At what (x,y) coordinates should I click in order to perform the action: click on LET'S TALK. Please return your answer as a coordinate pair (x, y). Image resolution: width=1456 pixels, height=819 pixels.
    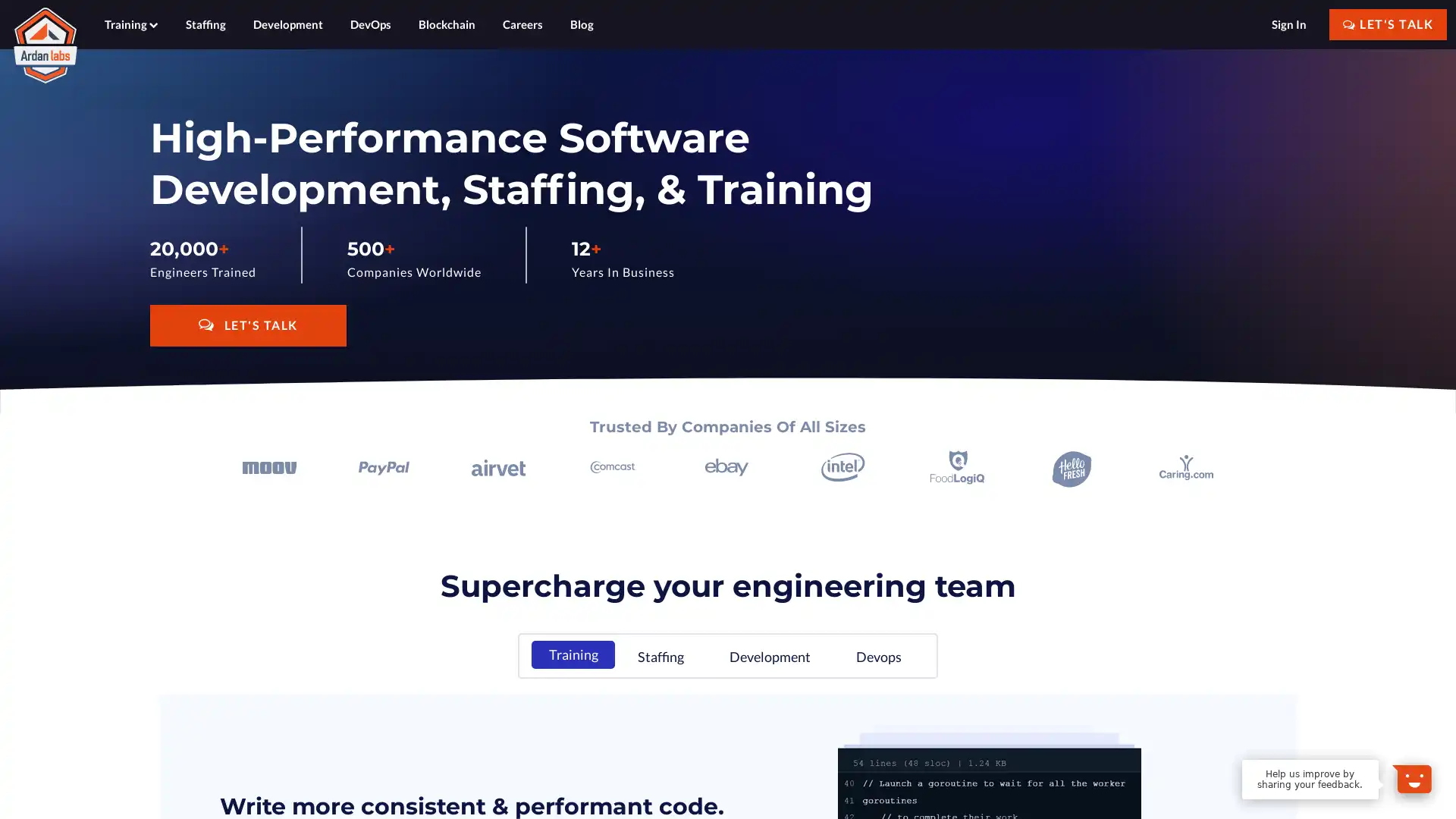
    Looking at the image, I should click on (1388, 24).